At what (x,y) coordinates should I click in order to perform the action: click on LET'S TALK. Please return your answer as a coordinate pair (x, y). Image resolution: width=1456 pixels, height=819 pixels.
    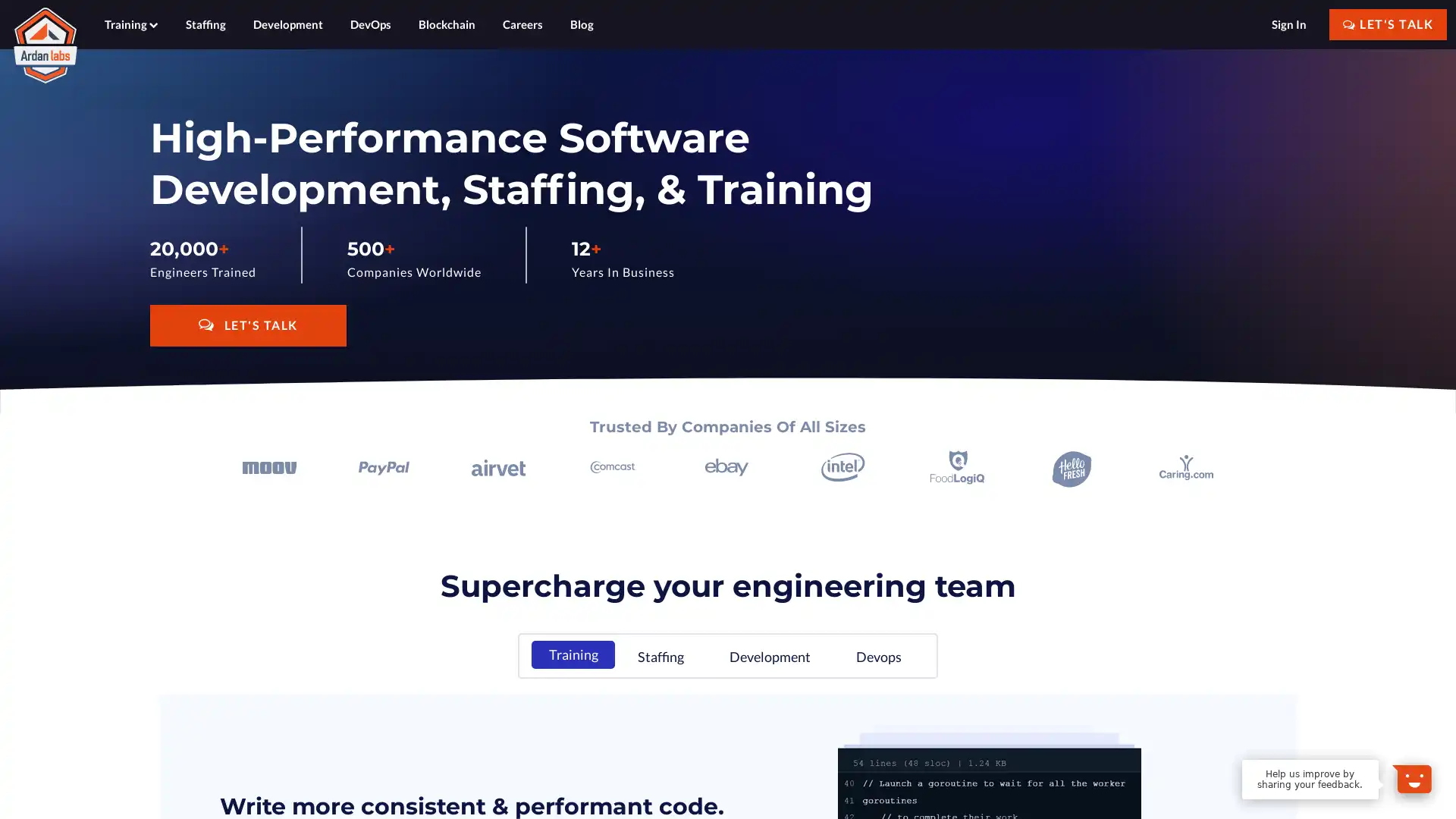
    Looking at the image, I should click on (1388, 24).